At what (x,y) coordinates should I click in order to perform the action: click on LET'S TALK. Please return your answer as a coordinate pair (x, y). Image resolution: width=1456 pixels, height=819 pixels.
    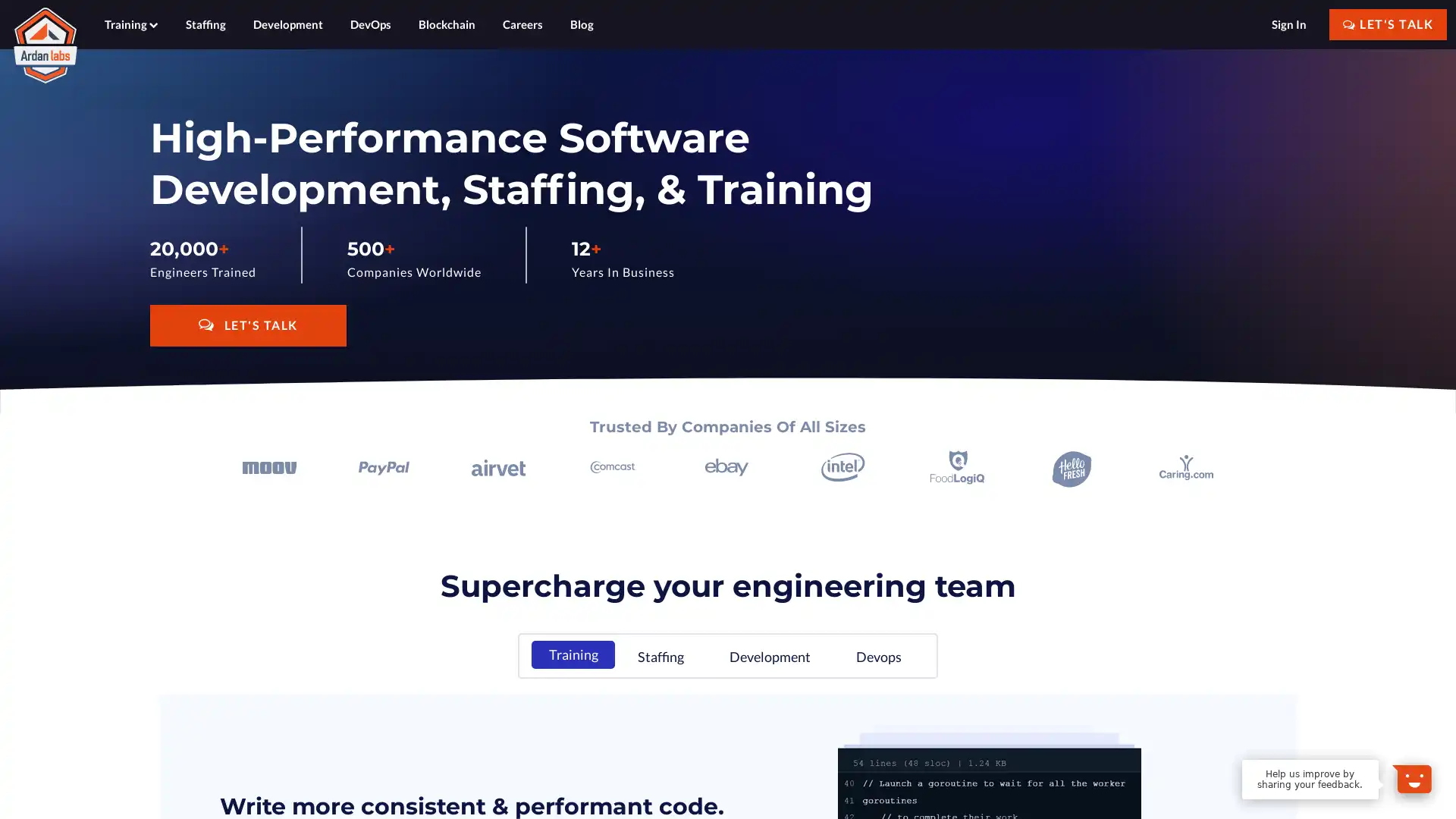
    Looking at the image, I should click on (1388, 24).